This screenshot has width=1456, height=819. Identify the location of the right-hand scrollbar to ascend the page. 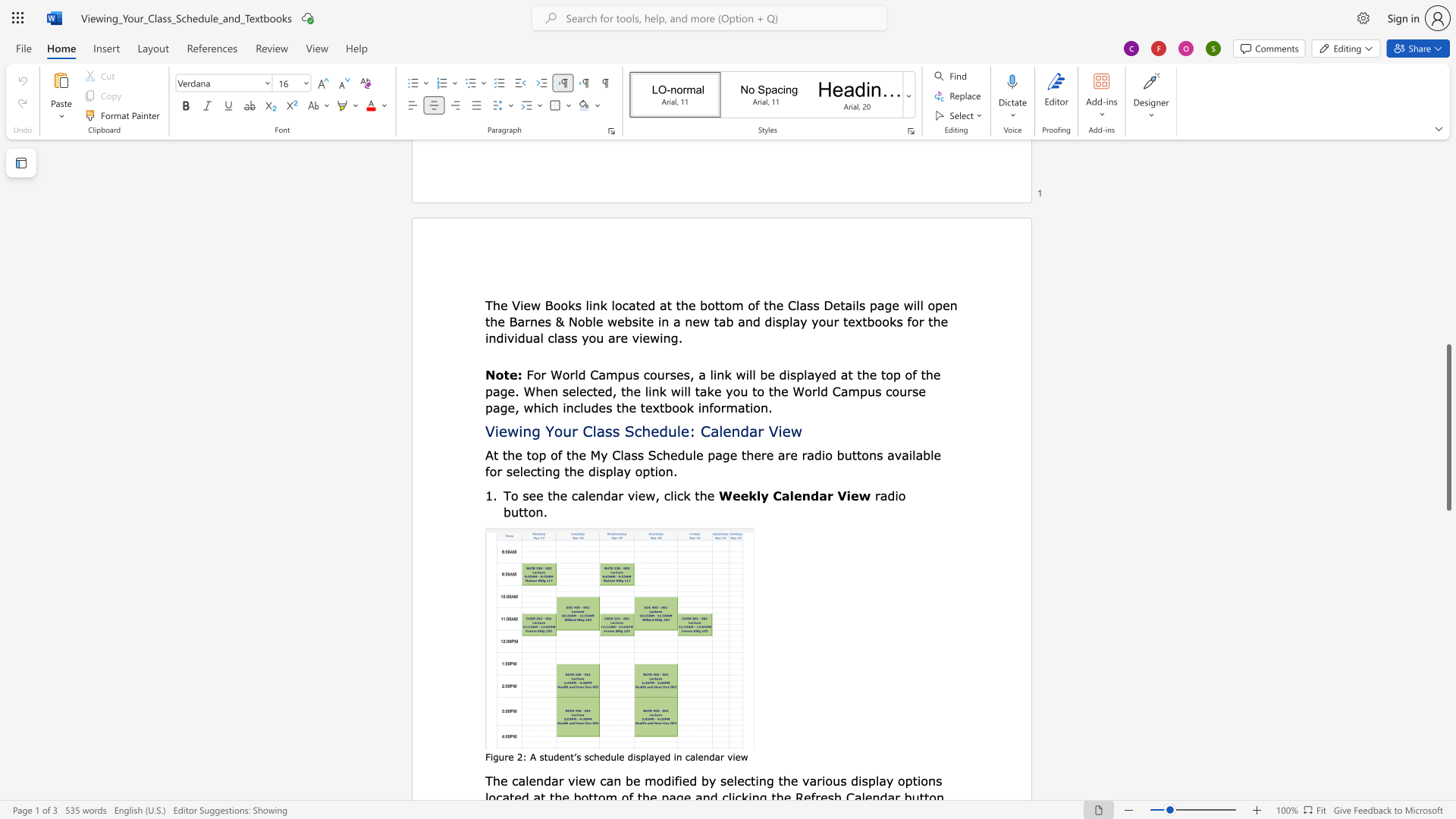
(1448, 219).